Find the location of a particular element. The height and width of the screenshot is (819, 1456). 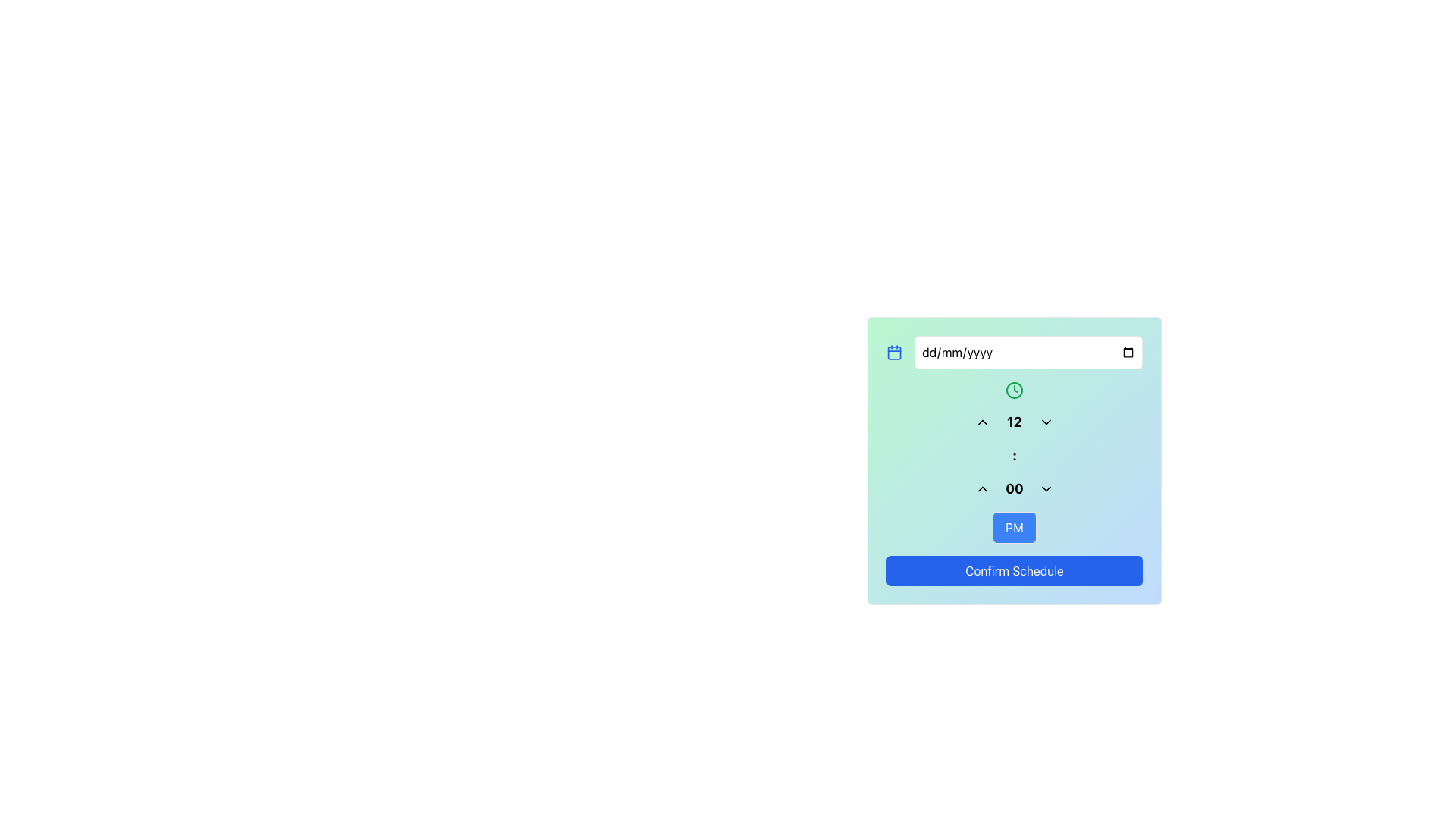

the green clock icon with a circular outline and clock hands is located at coordinates (1015, 390).